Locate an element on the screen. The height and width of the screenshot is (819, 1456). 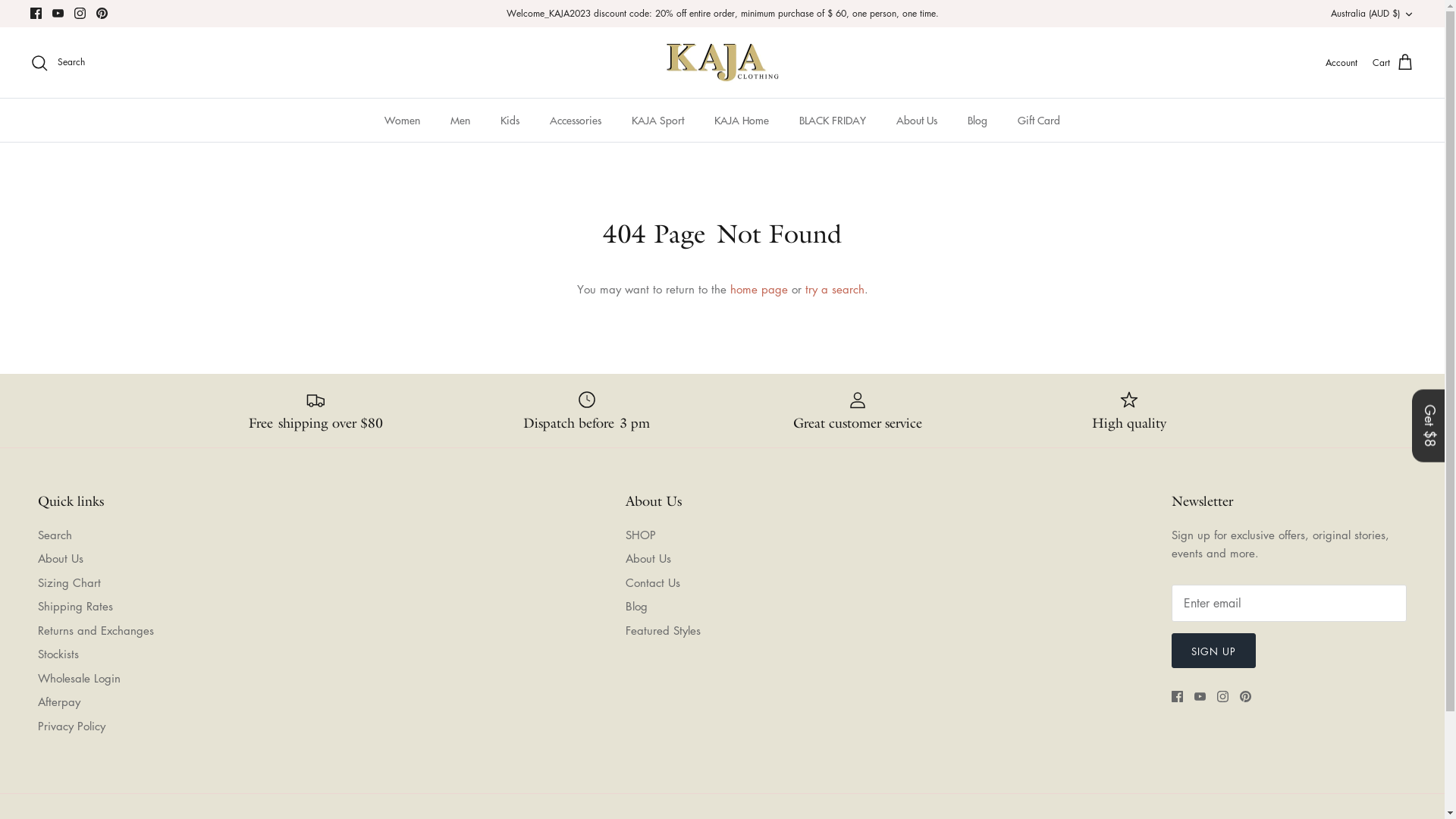
'Afterpay' is located at coordinates (58, 701).